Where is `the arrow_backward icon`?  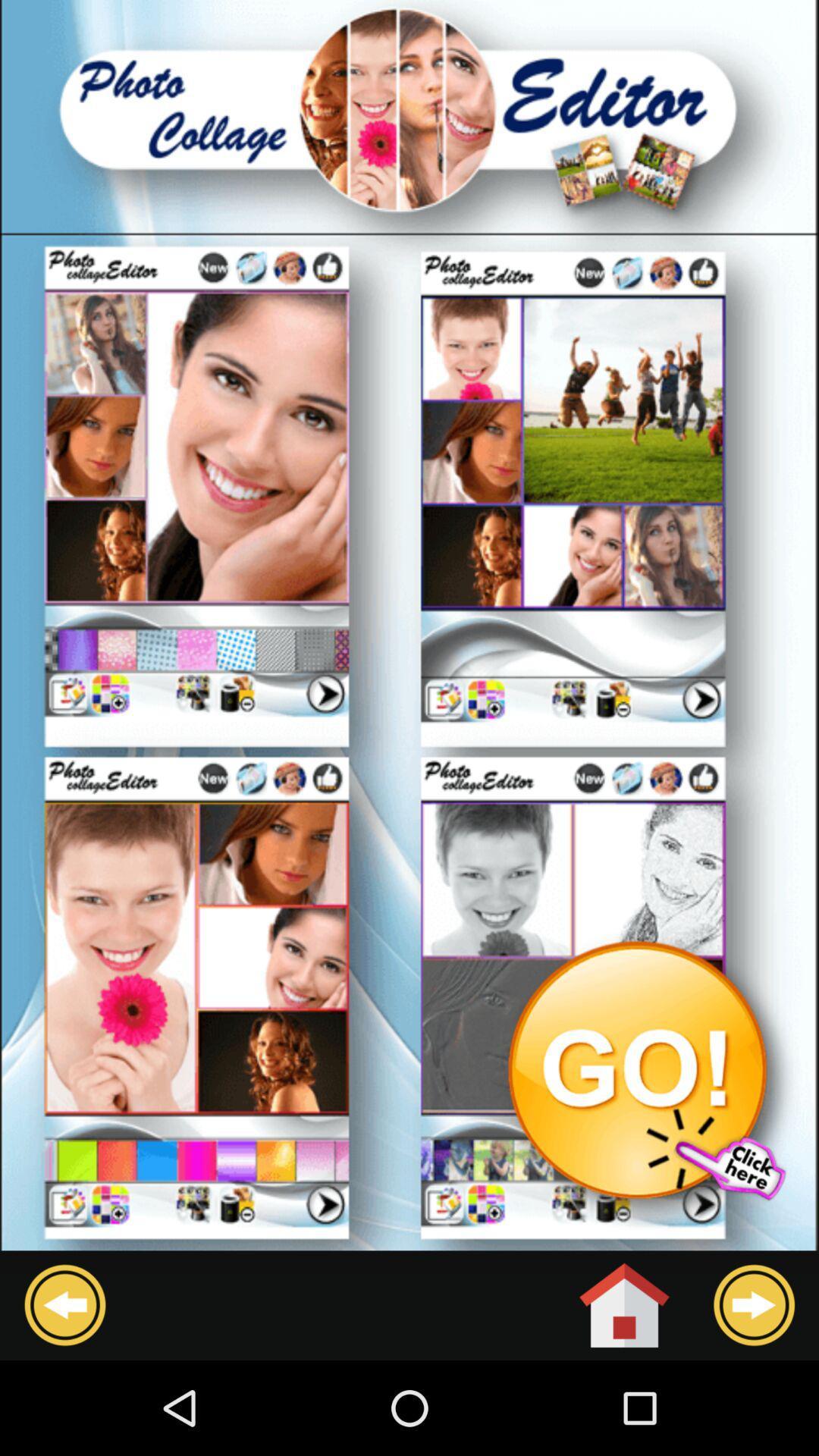
the arrow_backward icon is located at coordinates (64, 1396).